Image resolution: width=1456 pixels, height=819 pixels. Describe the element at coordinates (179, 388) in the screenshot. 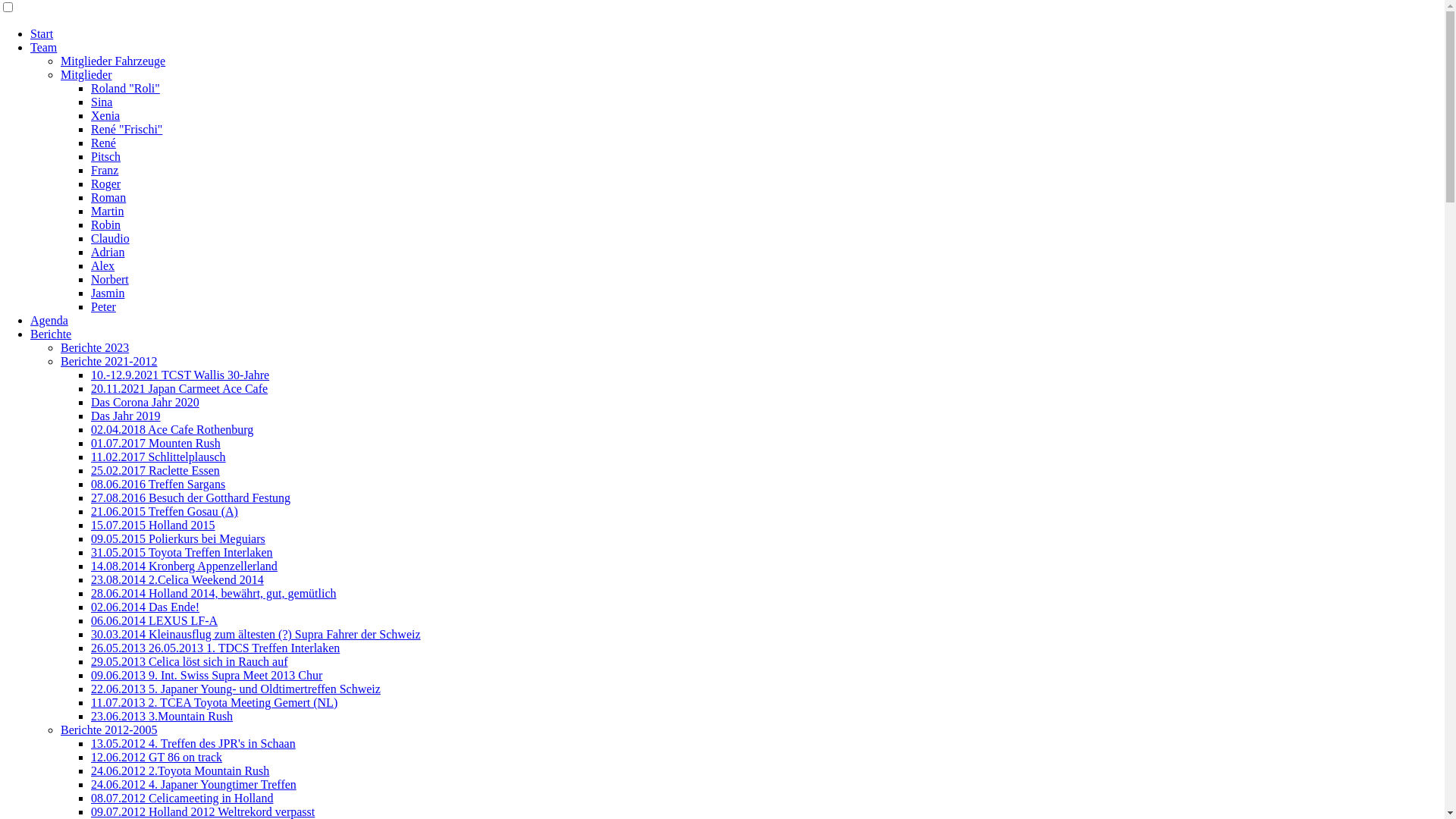

I see `'20.11.2021 Japan Carmeet Ace Cafe'` at that location.